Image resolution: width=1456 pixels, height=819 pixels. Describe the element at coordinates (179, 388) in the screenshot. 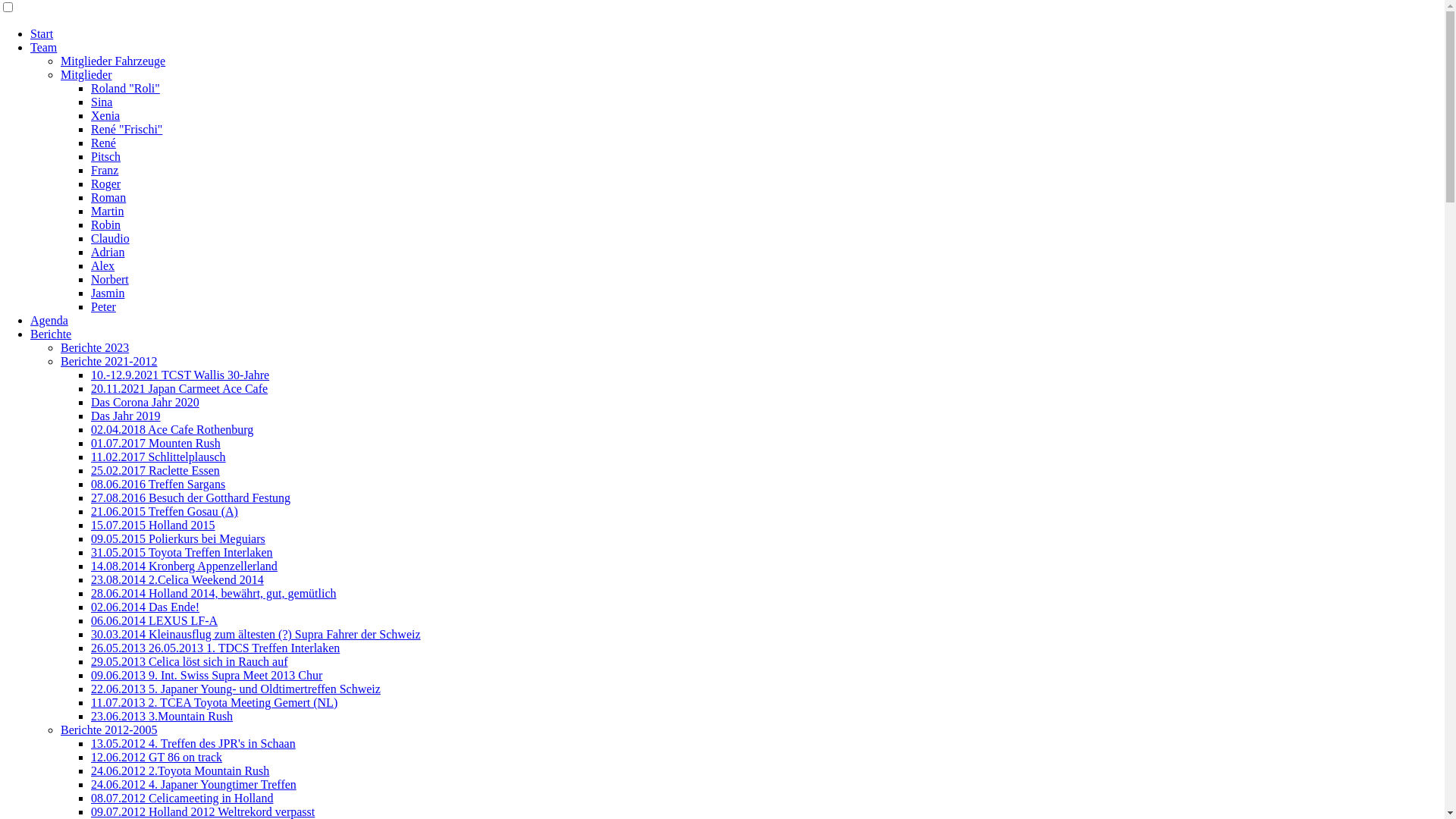

I see `'20.11.2021 Japan Carmeet Ace Cafe'` at that location.